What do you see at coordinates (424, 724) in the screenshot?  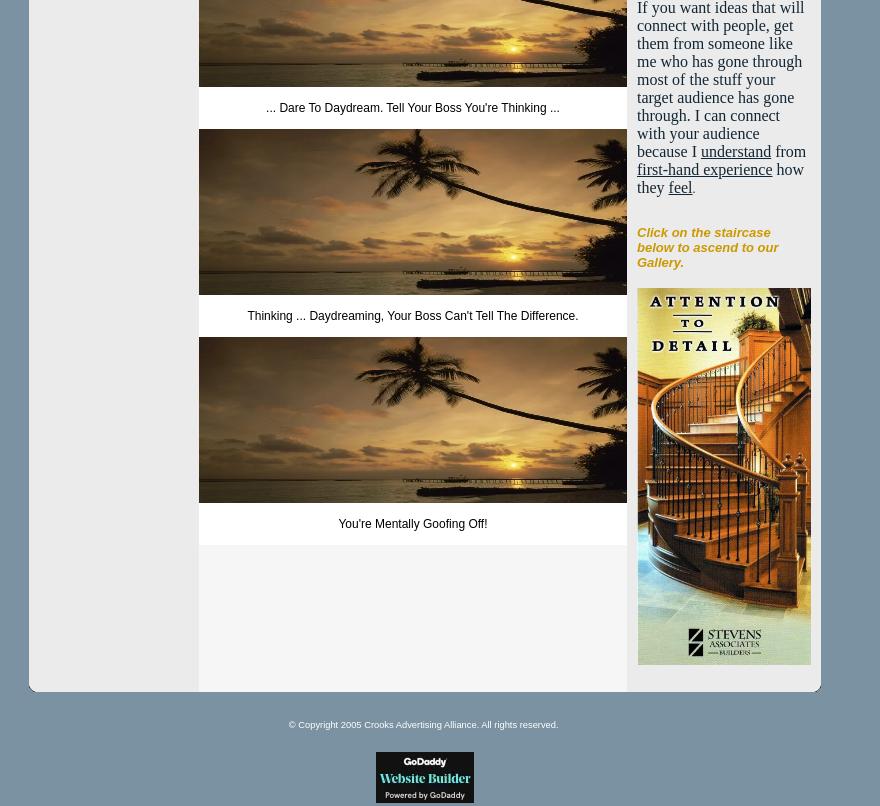 I see `'© Copyright 2005 Crooks Advertising Alliance. All rights reserved.'` at bounding box center [424, 724].